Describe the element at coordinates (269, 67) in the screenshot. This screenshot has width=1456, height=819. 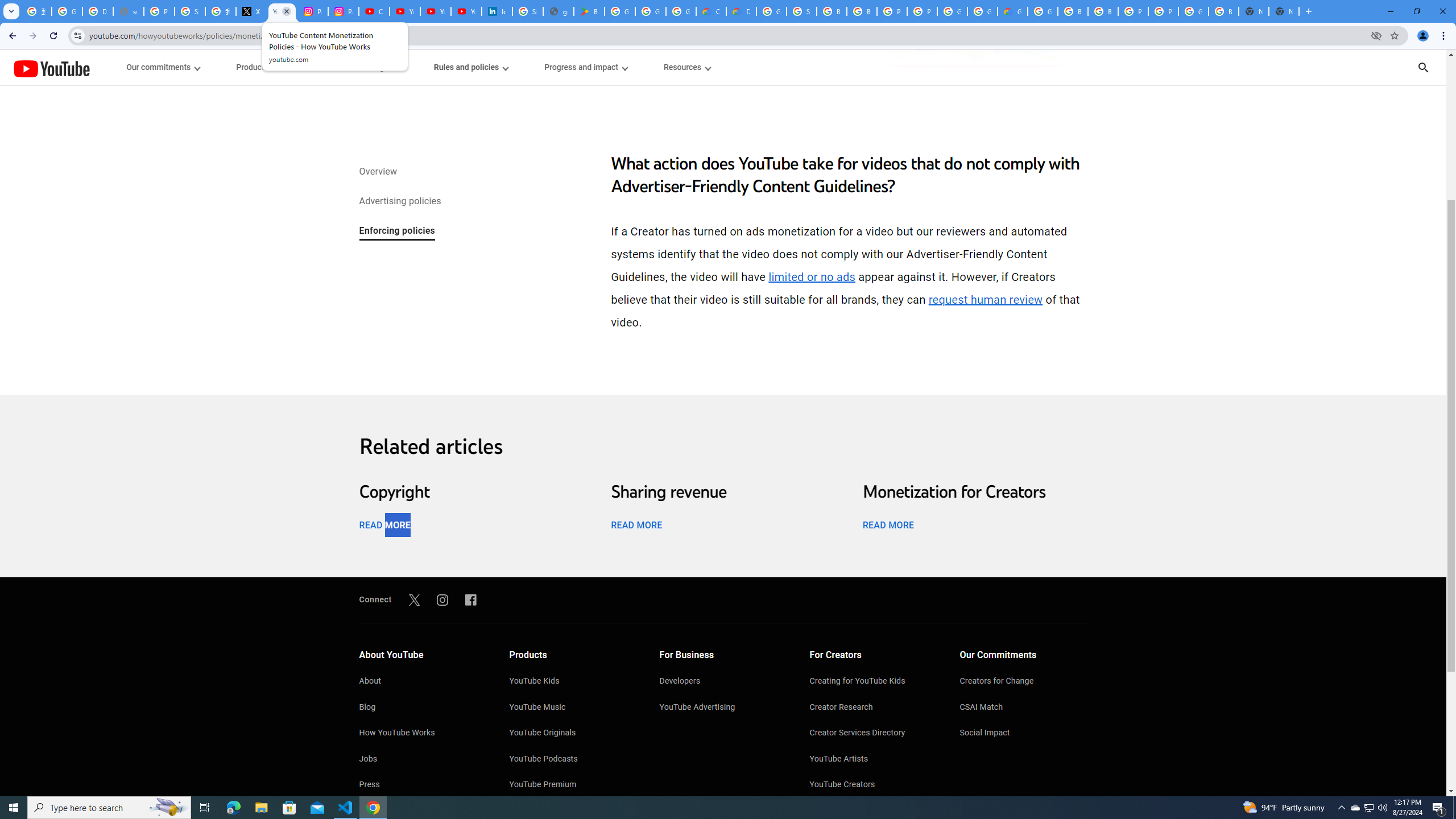
I see `'Product features menupopup'` at that location.